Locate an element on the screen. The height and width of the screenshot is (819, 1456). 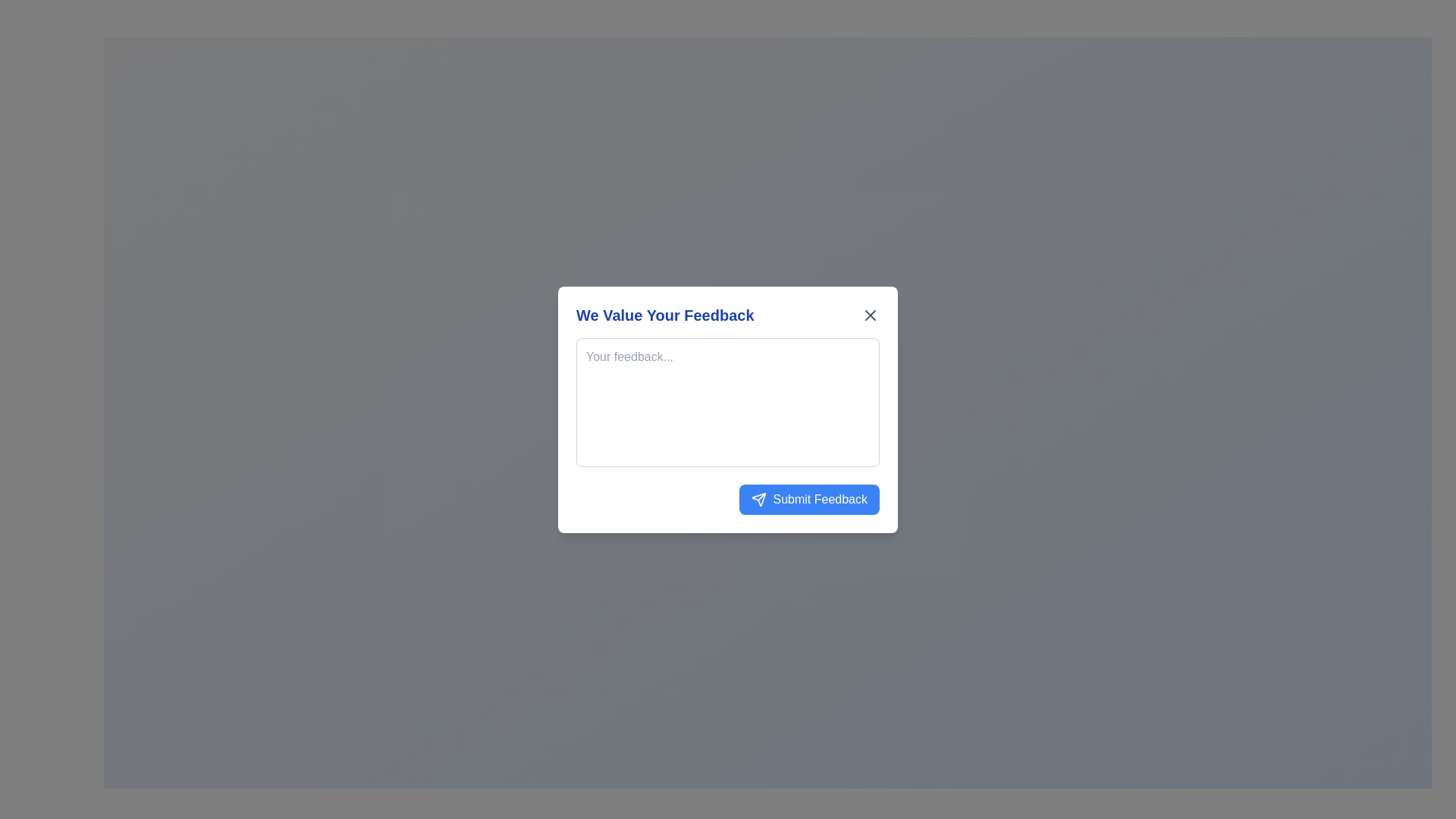
the blue 'Submit Feedback' button with rounded corners and white text located at the bottom-right of the 'We Value Your Feedback' modal is located at coordinates (808, 499).